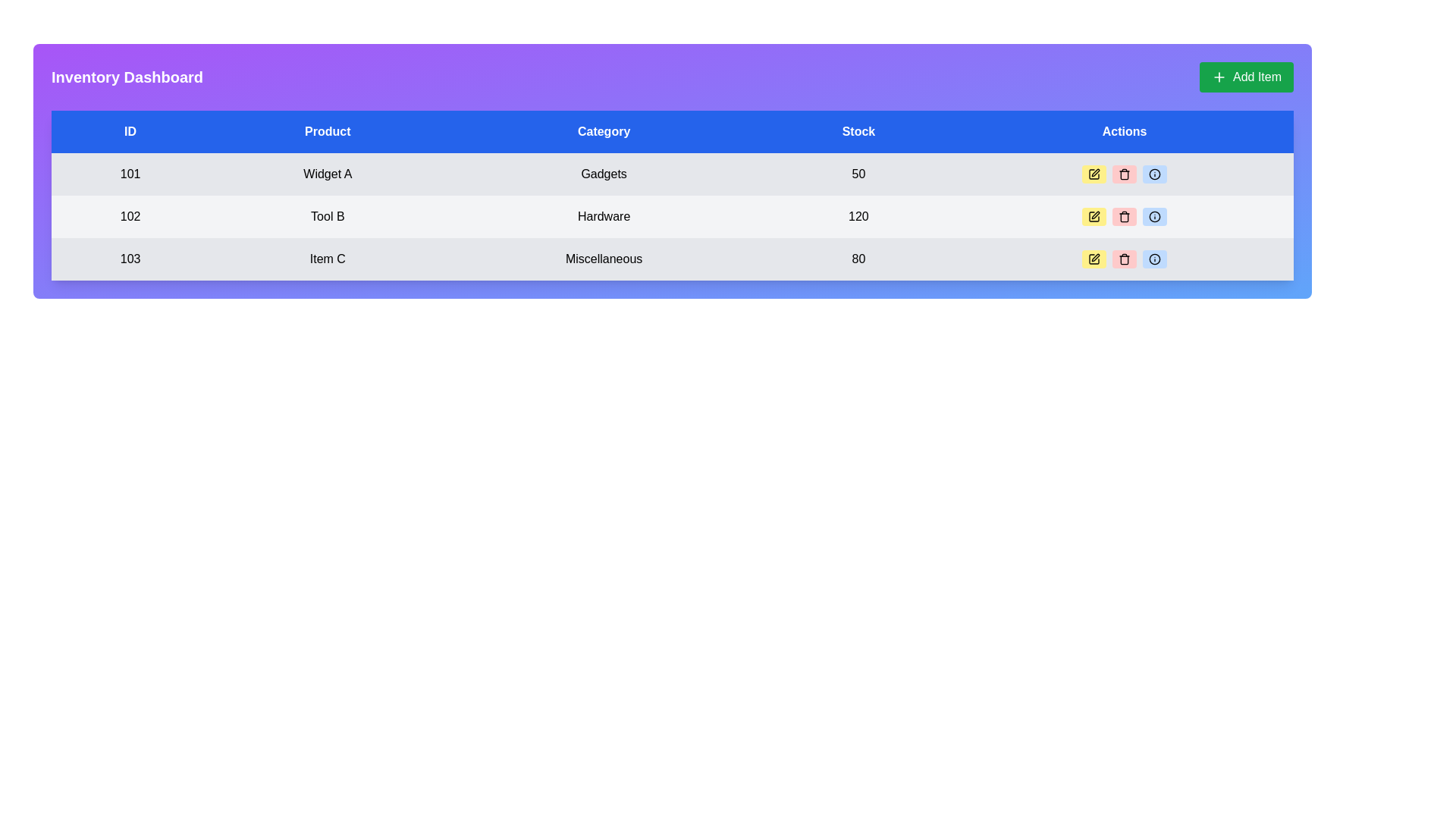 This screenshot has height=819, width=1456. What do you see at coordinates (130, 174) in the screenshot?
I see `text '101' from the text label element located in the 'ID' column of the first row in the table` at bounding box center [130, 174].